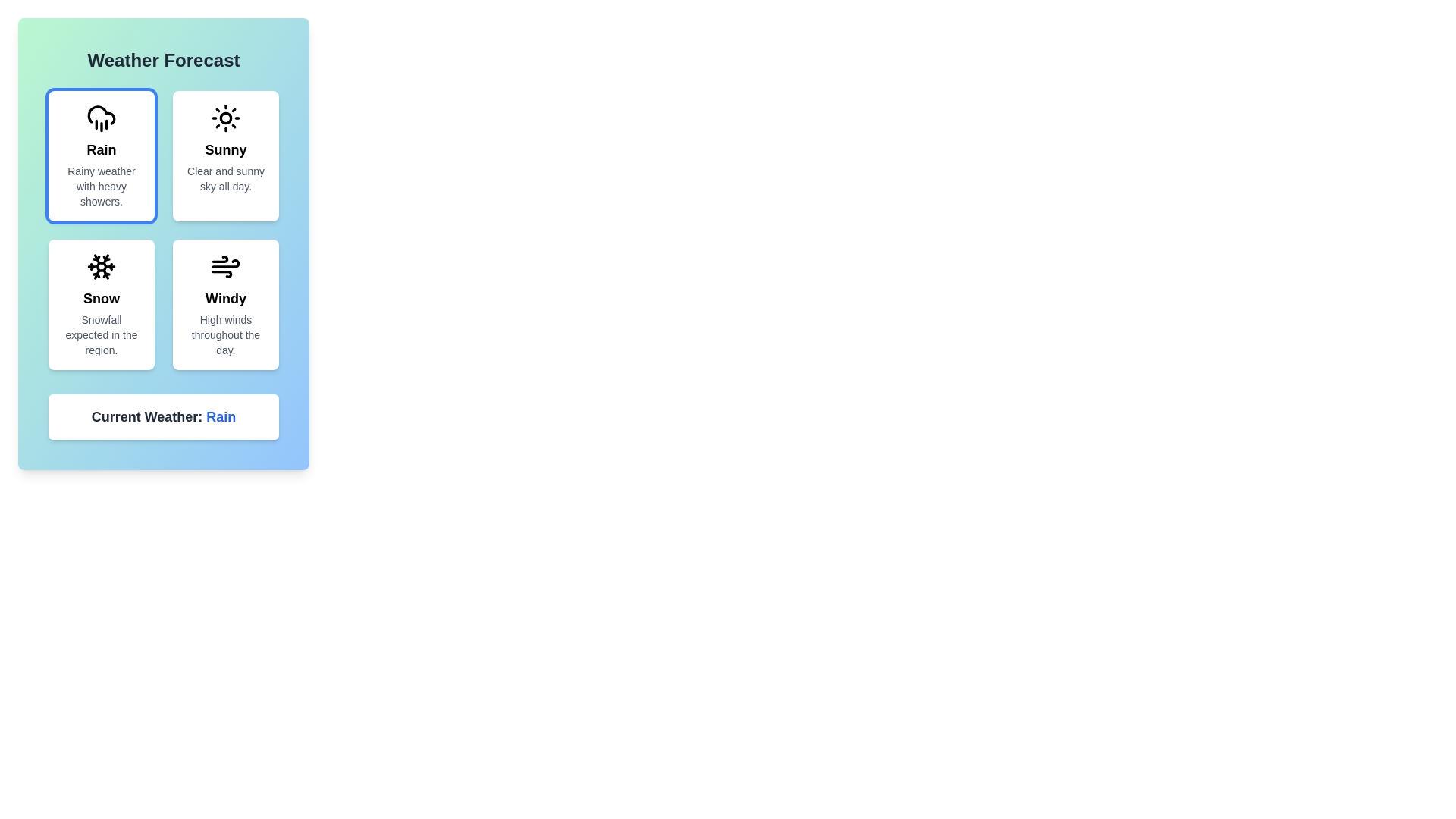 The height and width of the screenshot is (819, 1456). What do you see at coordinates (101, 117) in the screenshot?
I see `the rainy weather condition icon located in the top-left corner of the first weather card in the grid layout` at bounding box center [101, 117].